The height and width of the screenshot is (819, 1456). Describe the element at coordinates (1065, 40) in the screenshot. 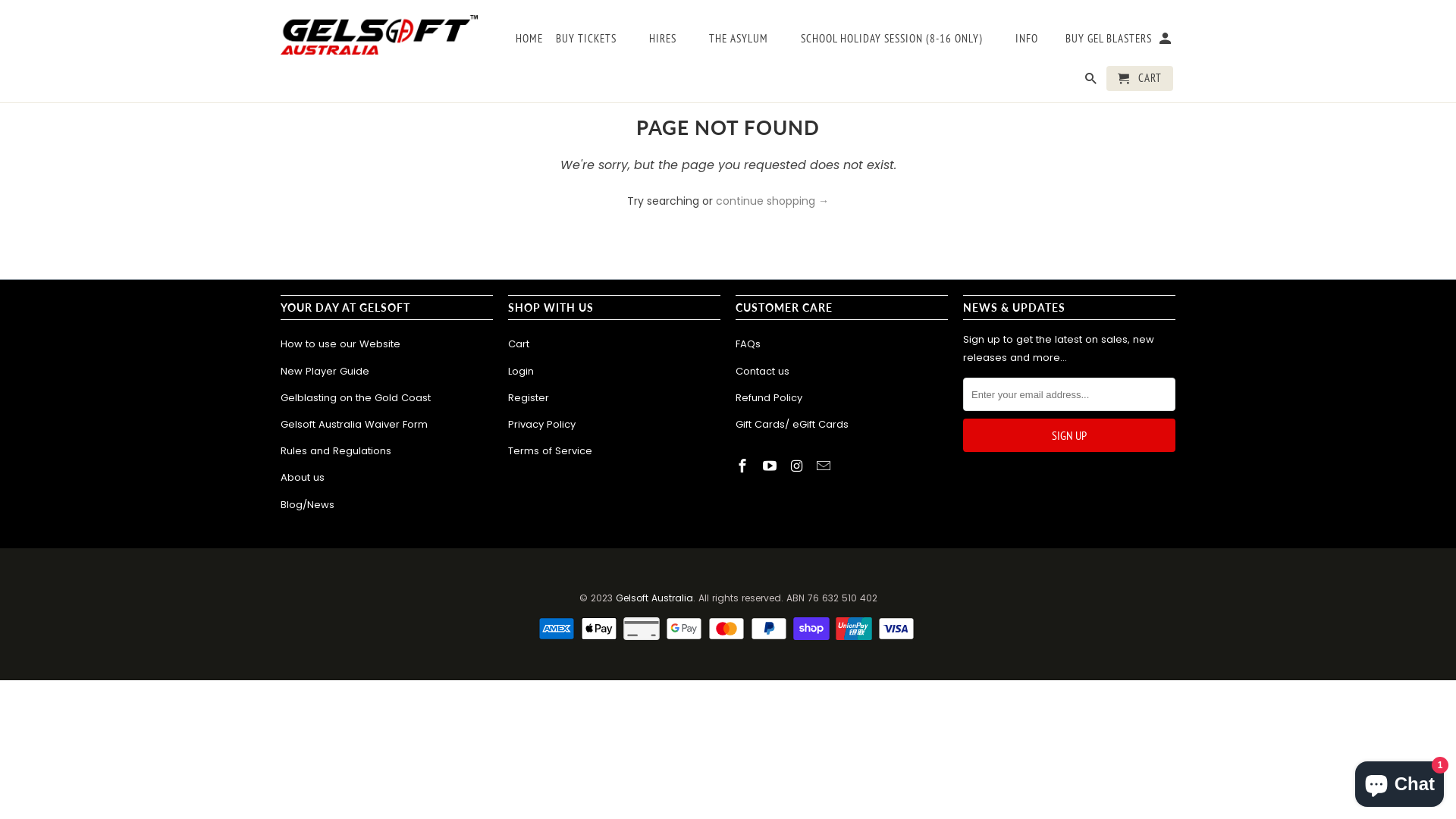

I see `'BUY GEL BLASTERS'` at that location.